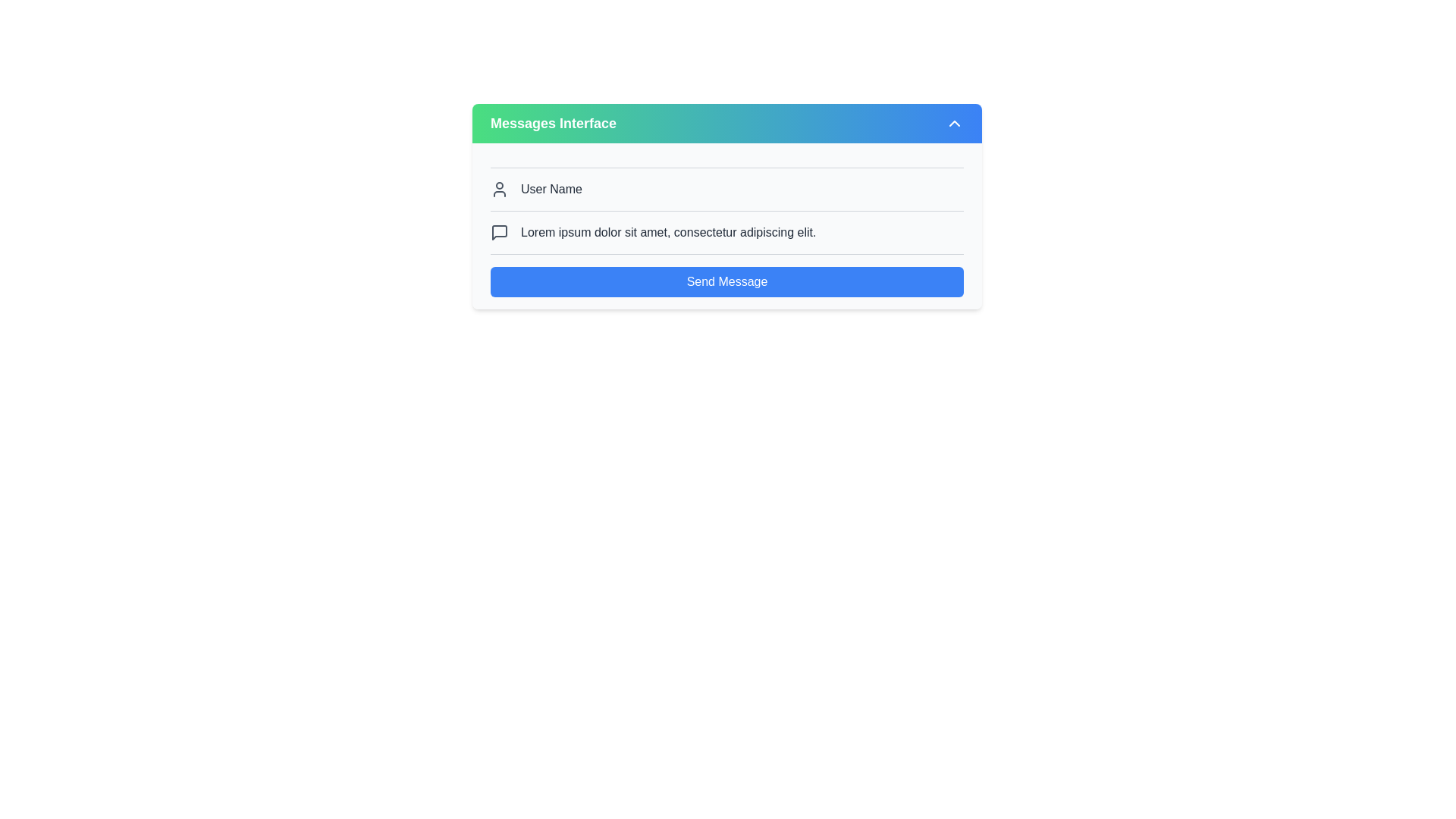 The width and height of the screenshot is (1456, 819). I want to click on the static text display element that shows a message or description, located to the right of a small message icon in the middle of the interface, so click(667, 233).